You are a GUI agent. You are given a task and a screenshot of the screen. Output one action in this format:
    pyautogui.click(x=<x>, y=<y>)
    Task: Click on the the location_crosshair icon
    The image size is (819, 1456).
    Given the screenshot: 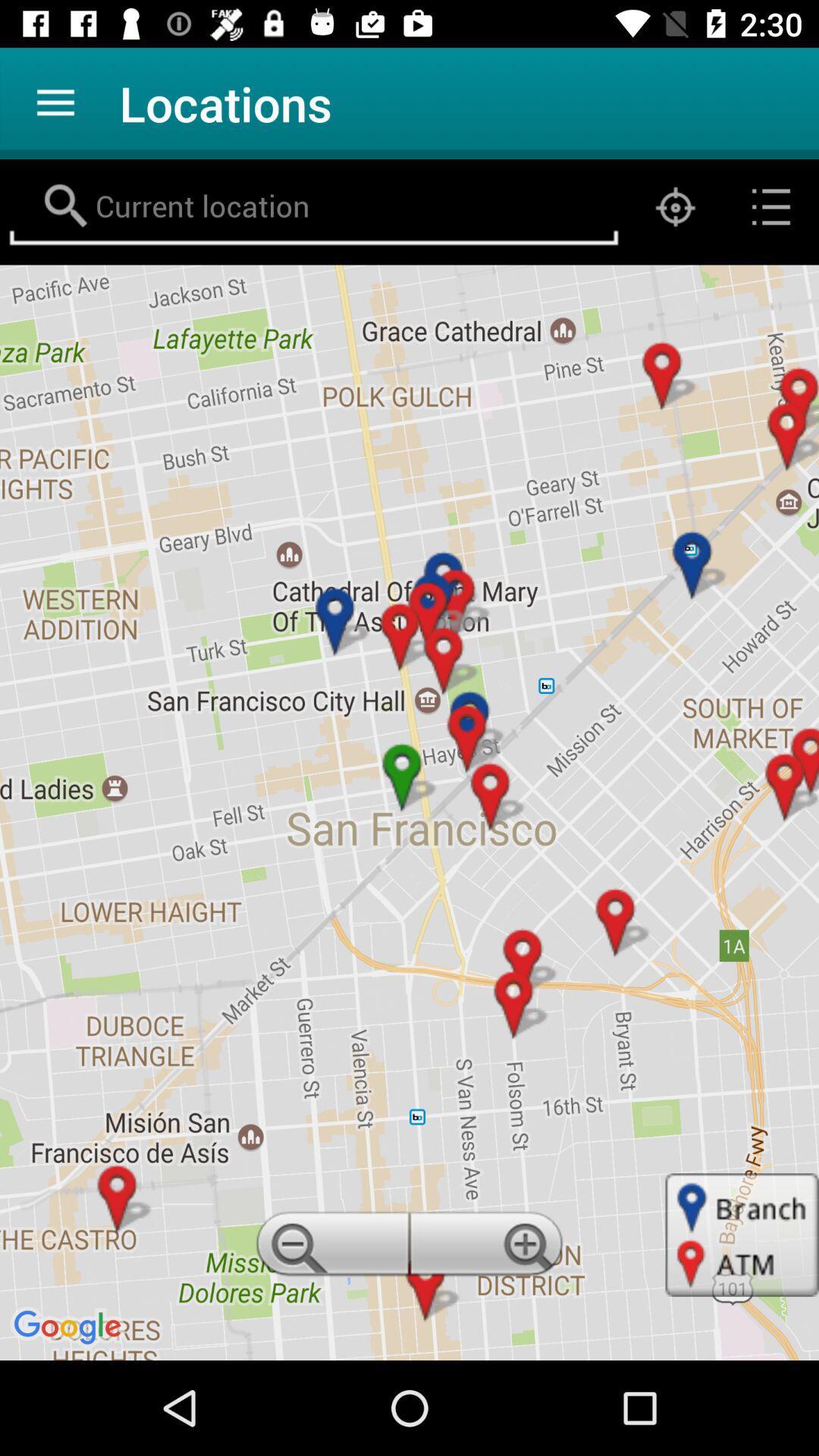 What is the action you would take?
    pyautogui.click(x=675, y=206)
    